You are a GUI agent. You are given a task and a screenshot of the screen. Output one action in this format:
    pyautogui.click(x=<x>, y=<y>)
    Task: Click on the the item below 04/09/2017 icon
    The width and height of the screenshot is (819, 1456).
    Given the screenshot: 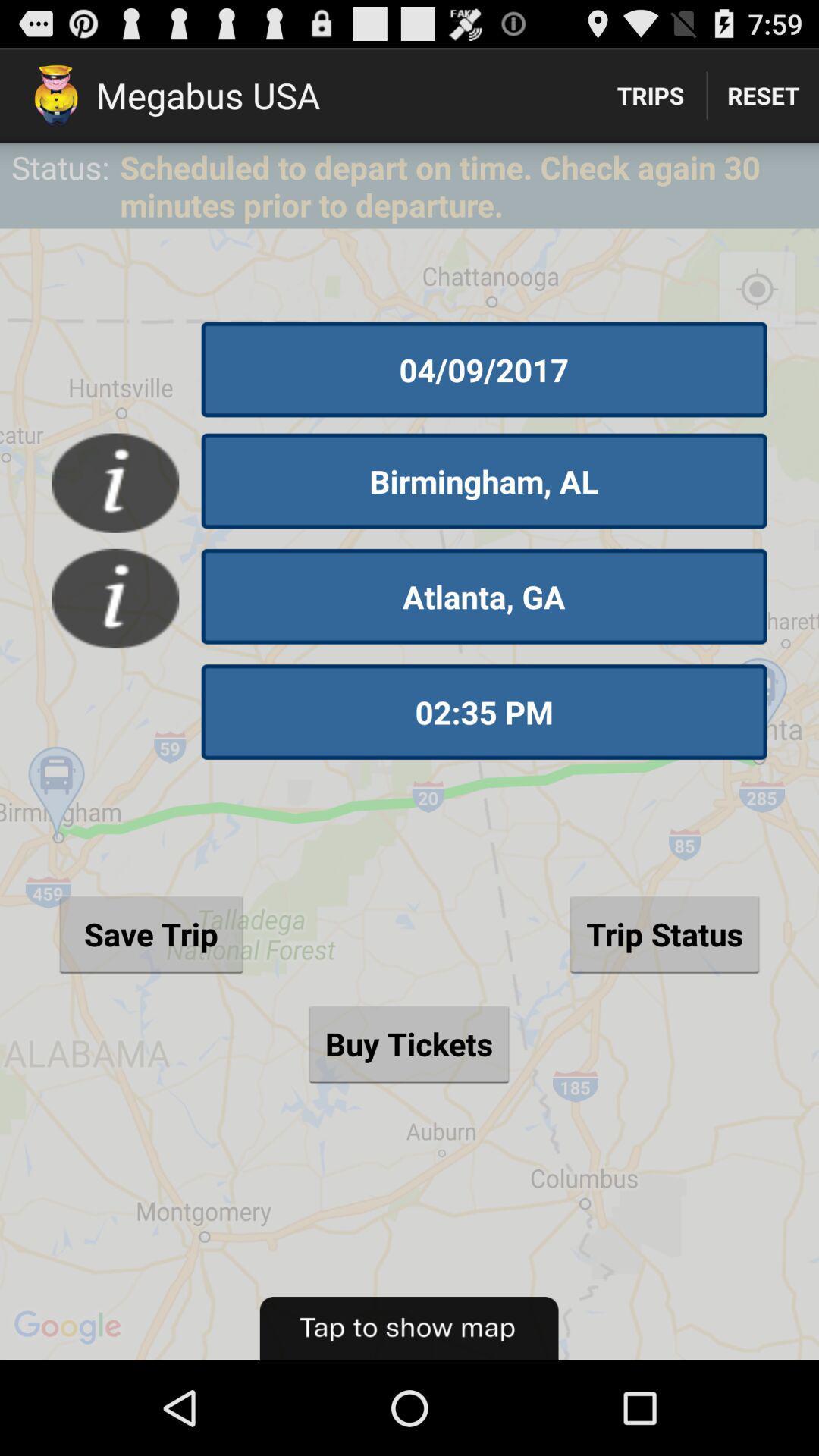 What is the action you would take?
    pyautogui.click(x=484, y=480)
    